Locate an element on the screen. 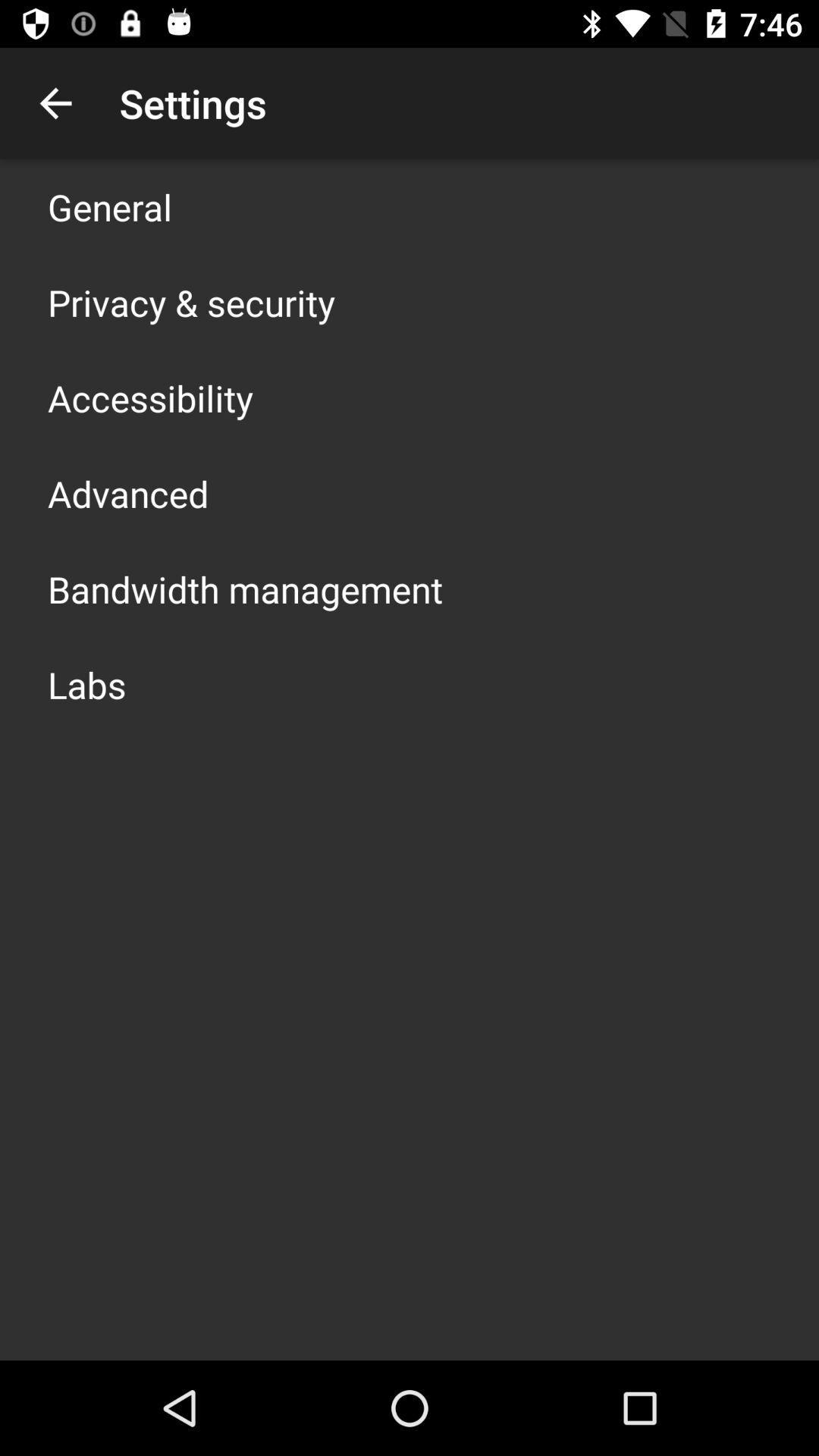 Image resolution: width=819 pixels, height=1456 pixels. the labs item is located at coordinates (86, 683).